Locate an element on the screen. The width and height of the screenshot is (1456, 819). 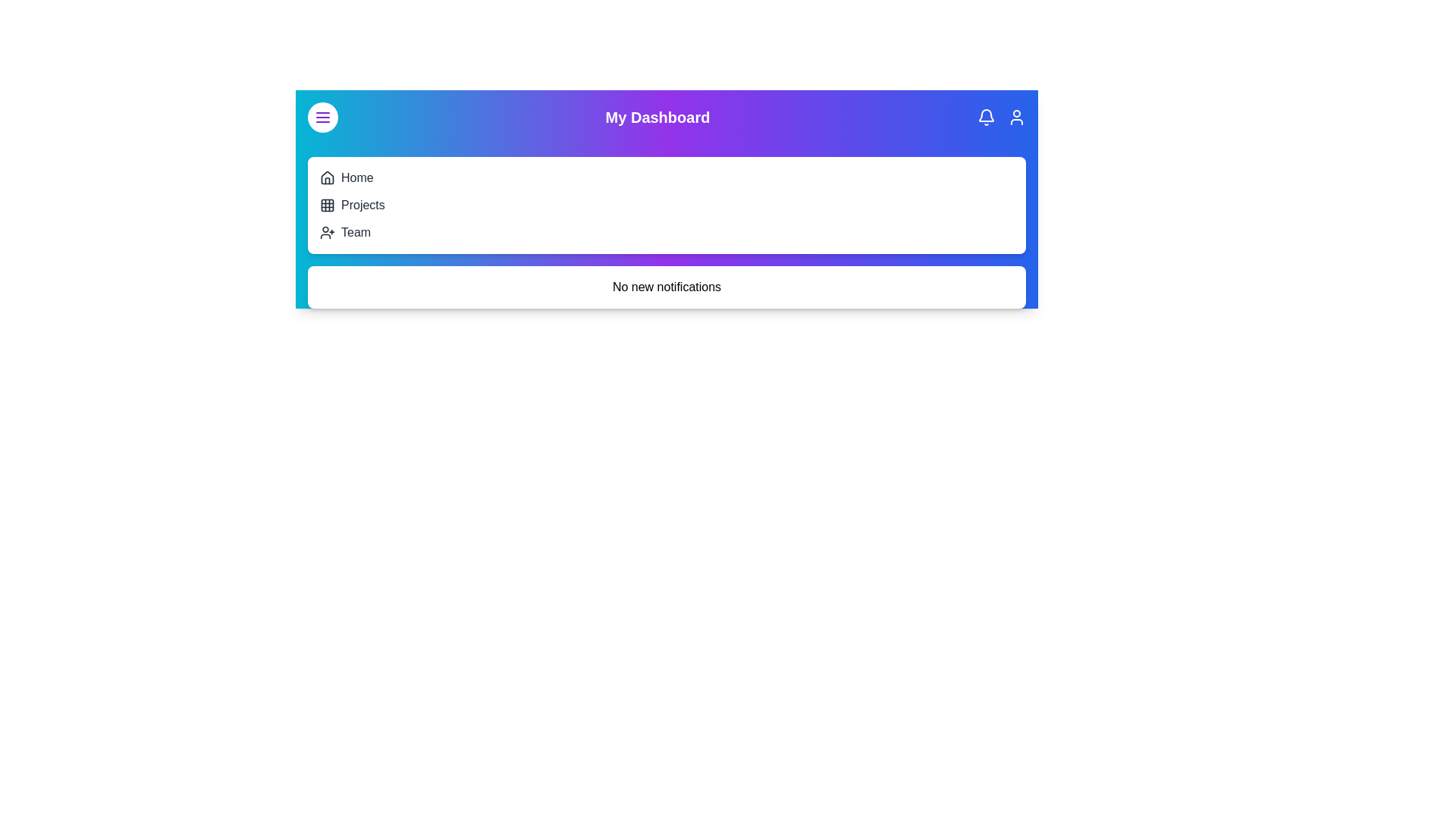
the user icon located on the top-right of the app bar is located at coordinates (1016, 116).